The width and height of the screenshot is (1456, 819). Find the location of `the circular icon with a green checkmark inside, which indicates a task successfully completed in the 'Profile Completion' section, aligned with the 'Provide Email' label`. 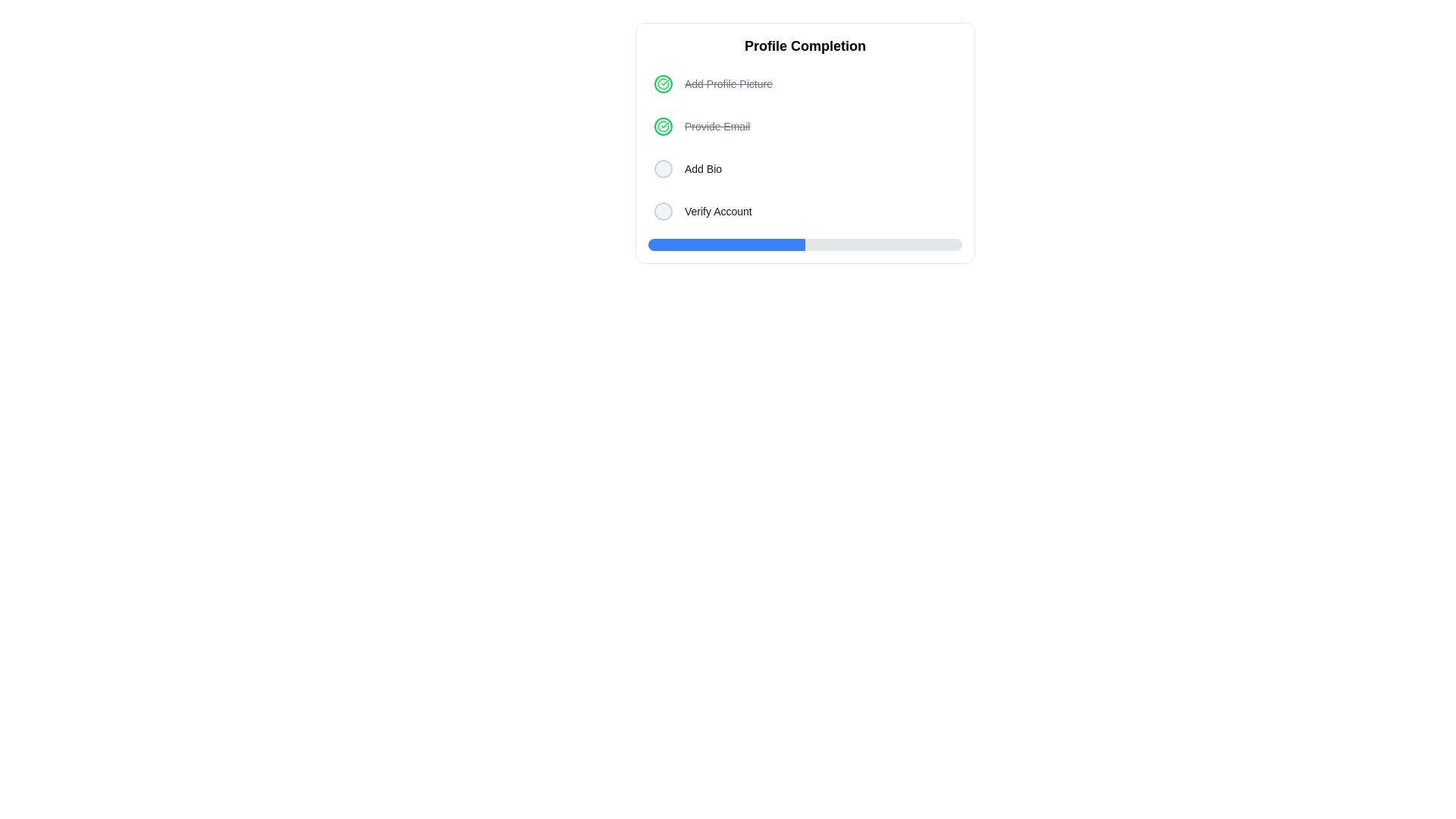

the circular icon with a green checkmark inside, which indicates a task successfully completed in the 'Profile Completion' section, aligned with the 'Provide Email' label is located at coordinates (663, 84).